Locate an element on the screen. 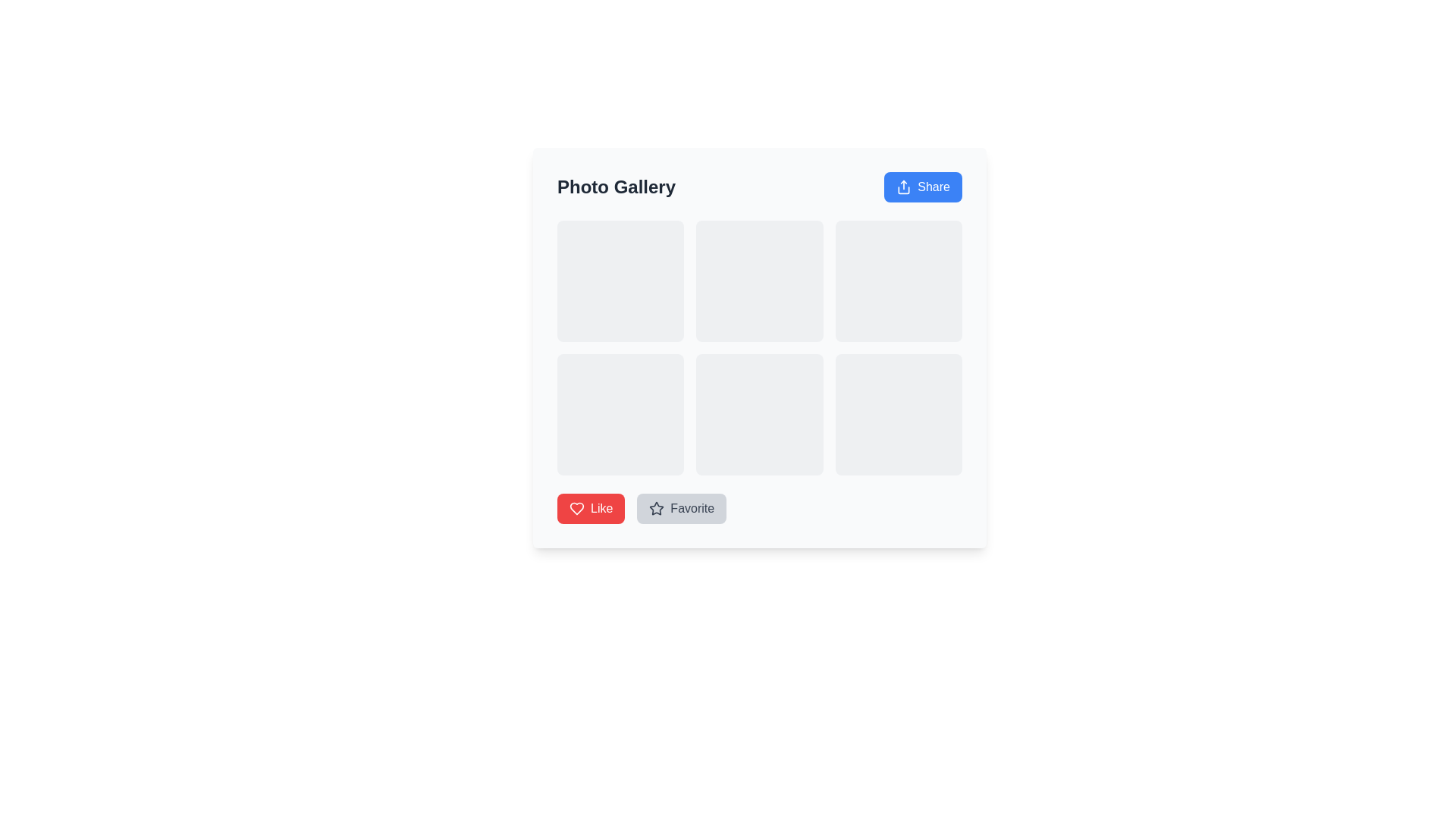 The image size is (1456, 819). the heart-shaped 'Like' icon, which is outlined in red and located within the red button labeled 'Like' in the bottom left corner of the user interface is located at coordinates (576, 509).